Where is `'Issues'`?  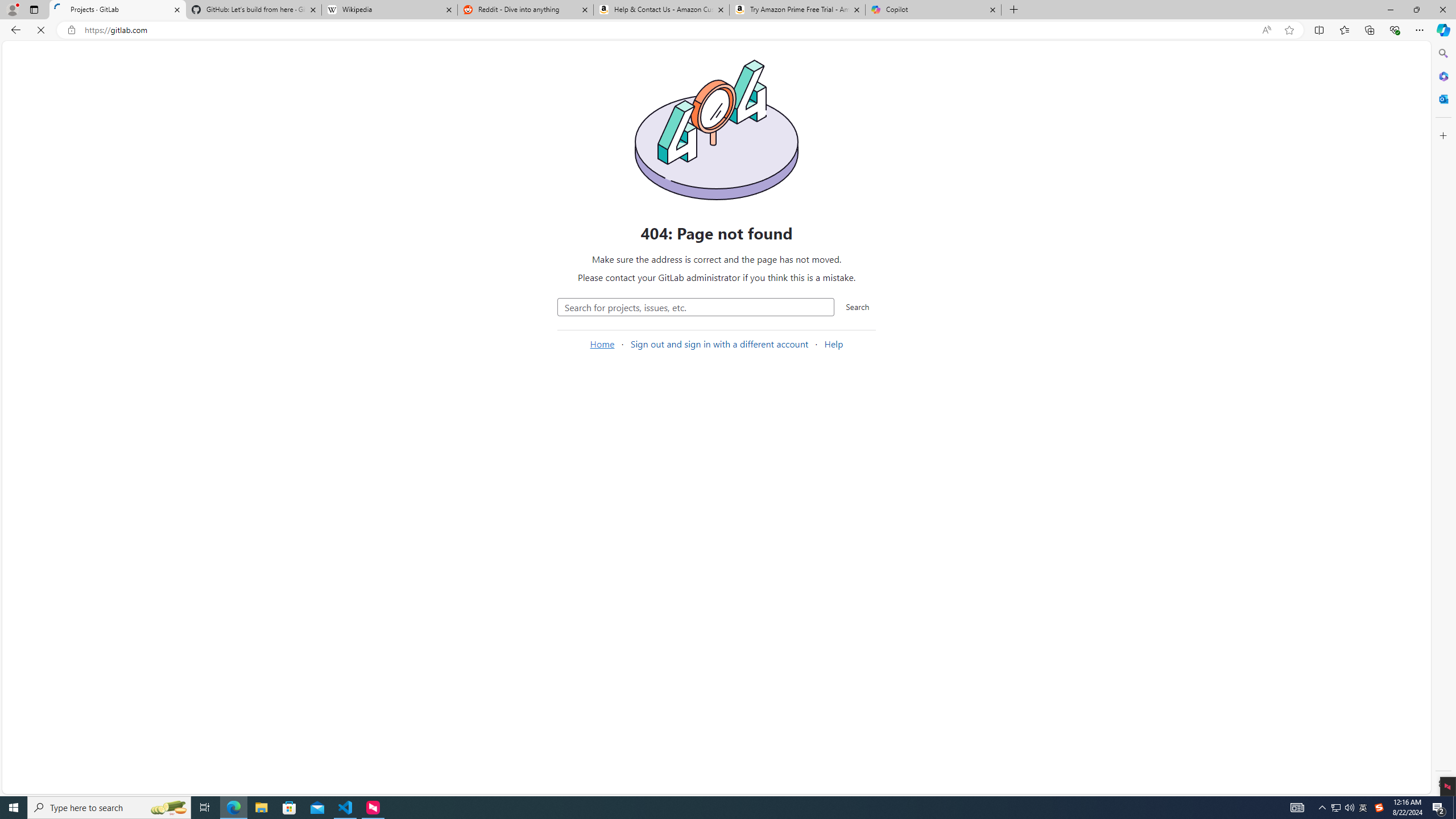 'Issues' is located at coordinates (74, 185).